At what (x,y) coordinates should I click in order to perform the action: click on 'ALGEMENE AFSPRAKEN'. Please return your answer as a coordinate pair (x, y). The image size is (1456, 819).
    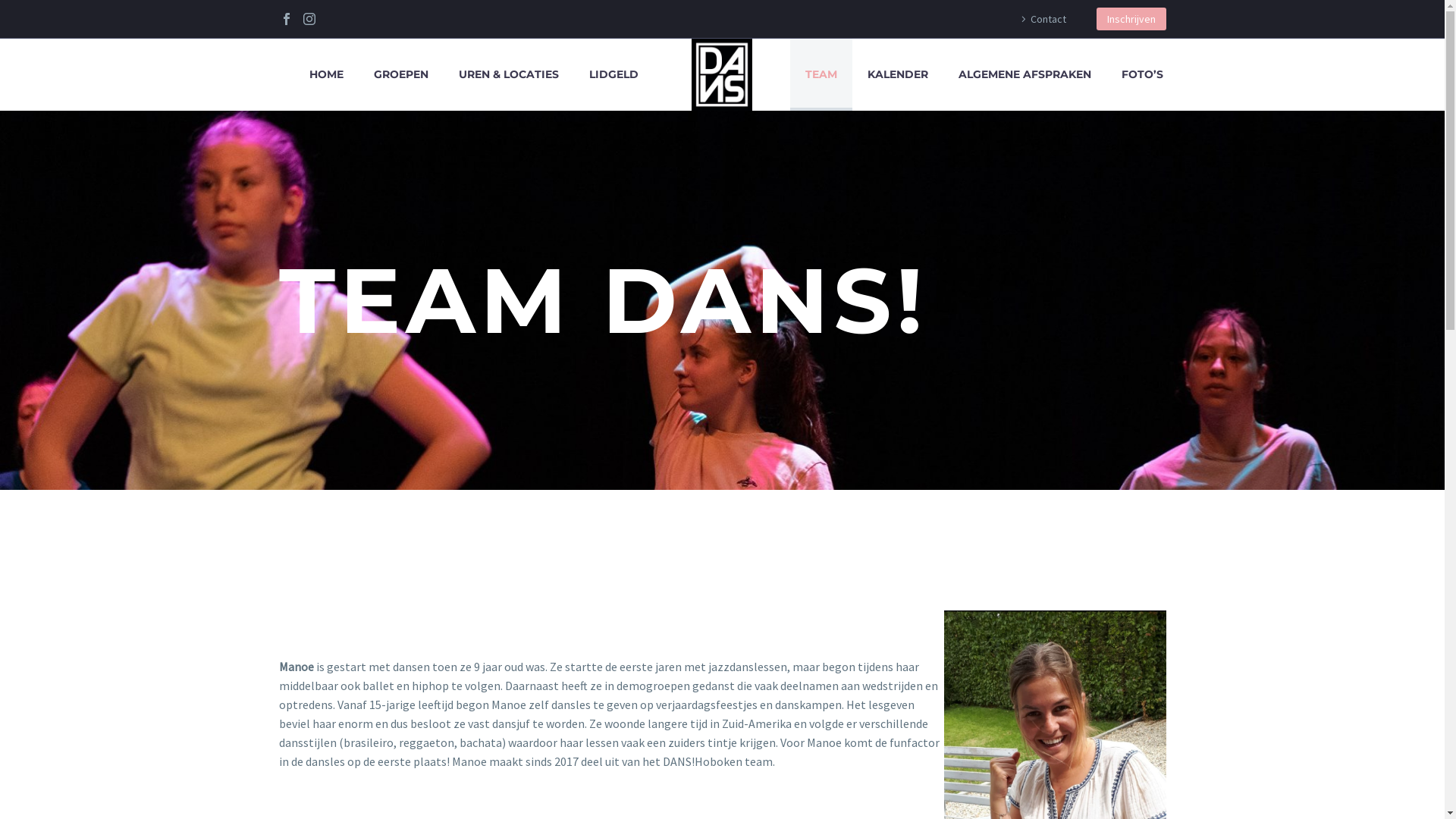
    Looking at the image, I should click on (1025, 74).